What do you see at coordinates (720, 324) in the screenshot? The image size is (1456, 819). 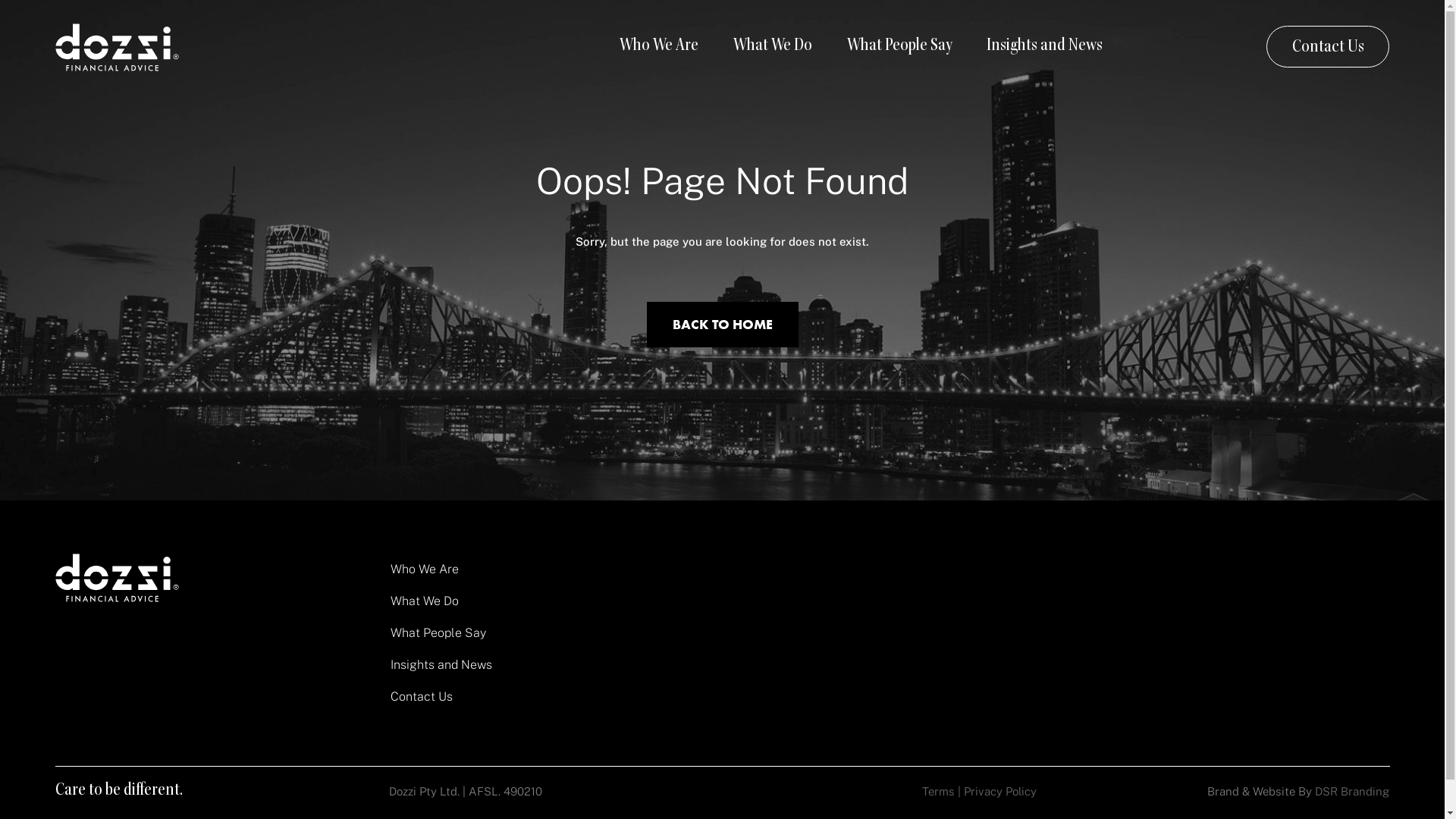 I see `'BACK TO HOME'` at bounding box center [720, 324].